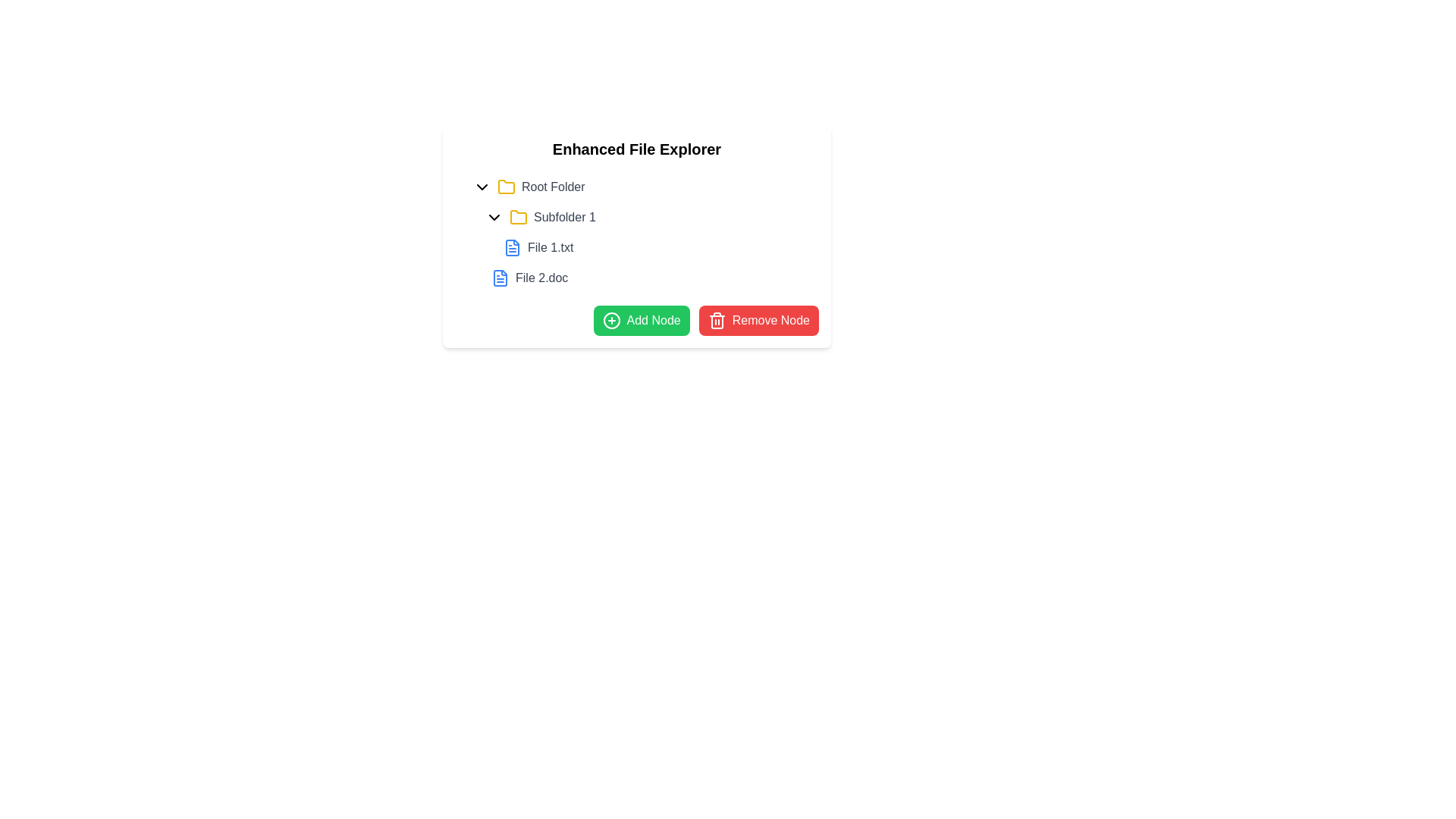  Describe the element at coordinates (541, 186) in the screenshot. I see `the 'Root Folder' tree item, which is represented by a yellow folder icon and medium gray text` at that location.